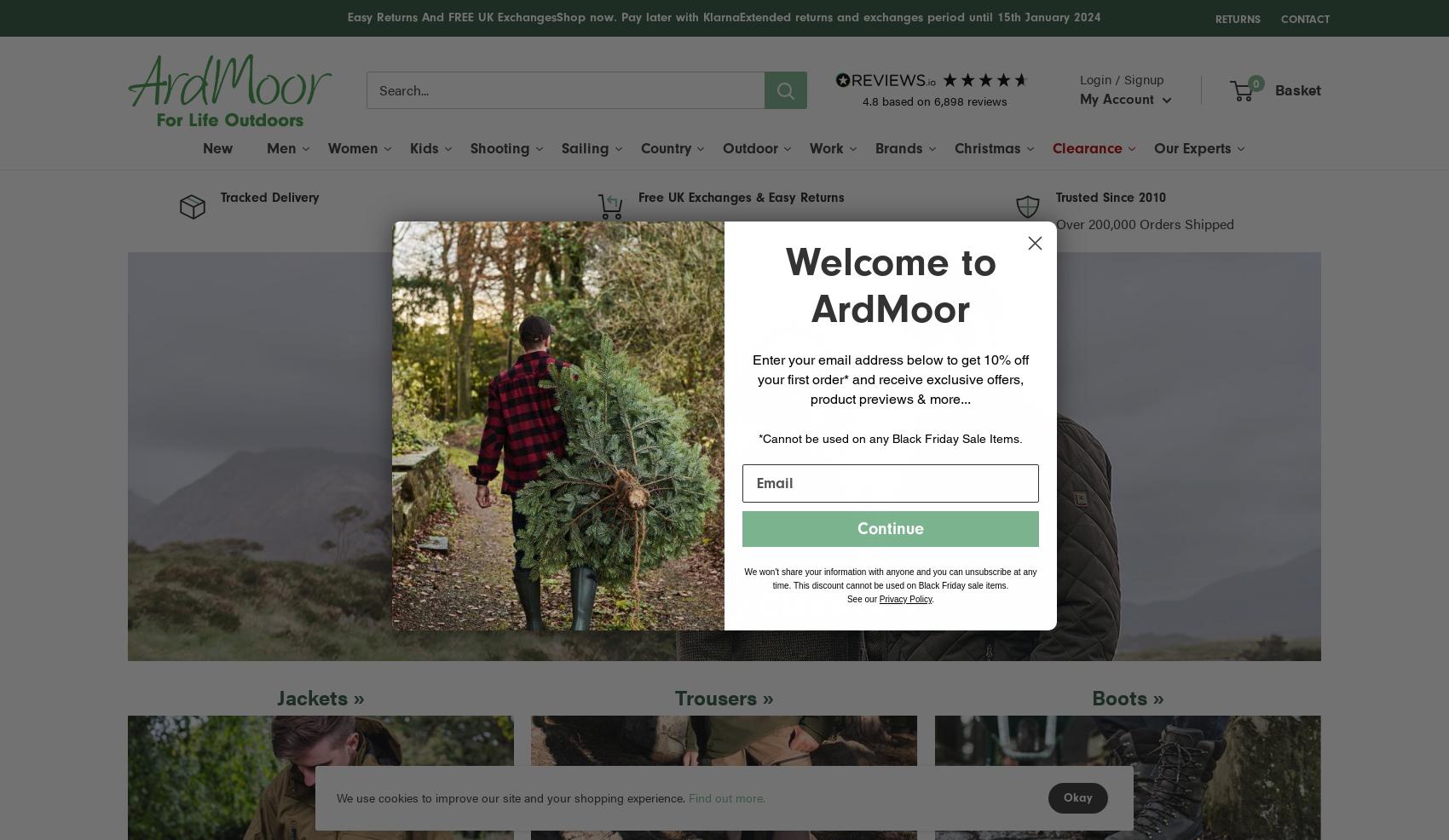  Describe the element at coordinates (1191, 397) in the screenshot. I see `'Recover password'` at that location.